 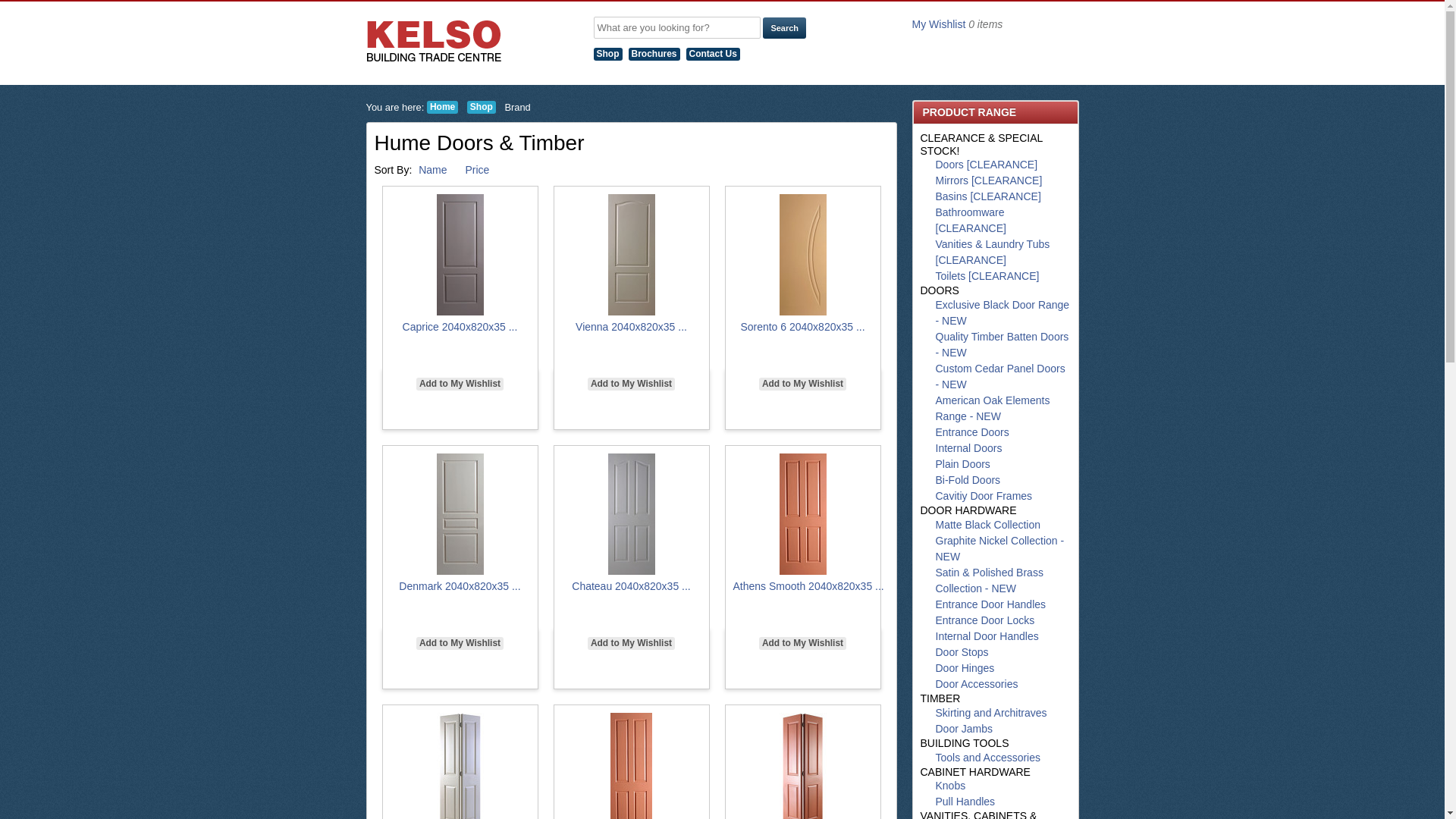 I want to click on 'Toilets [CLEARANCE]', so click(x=987, y=275).